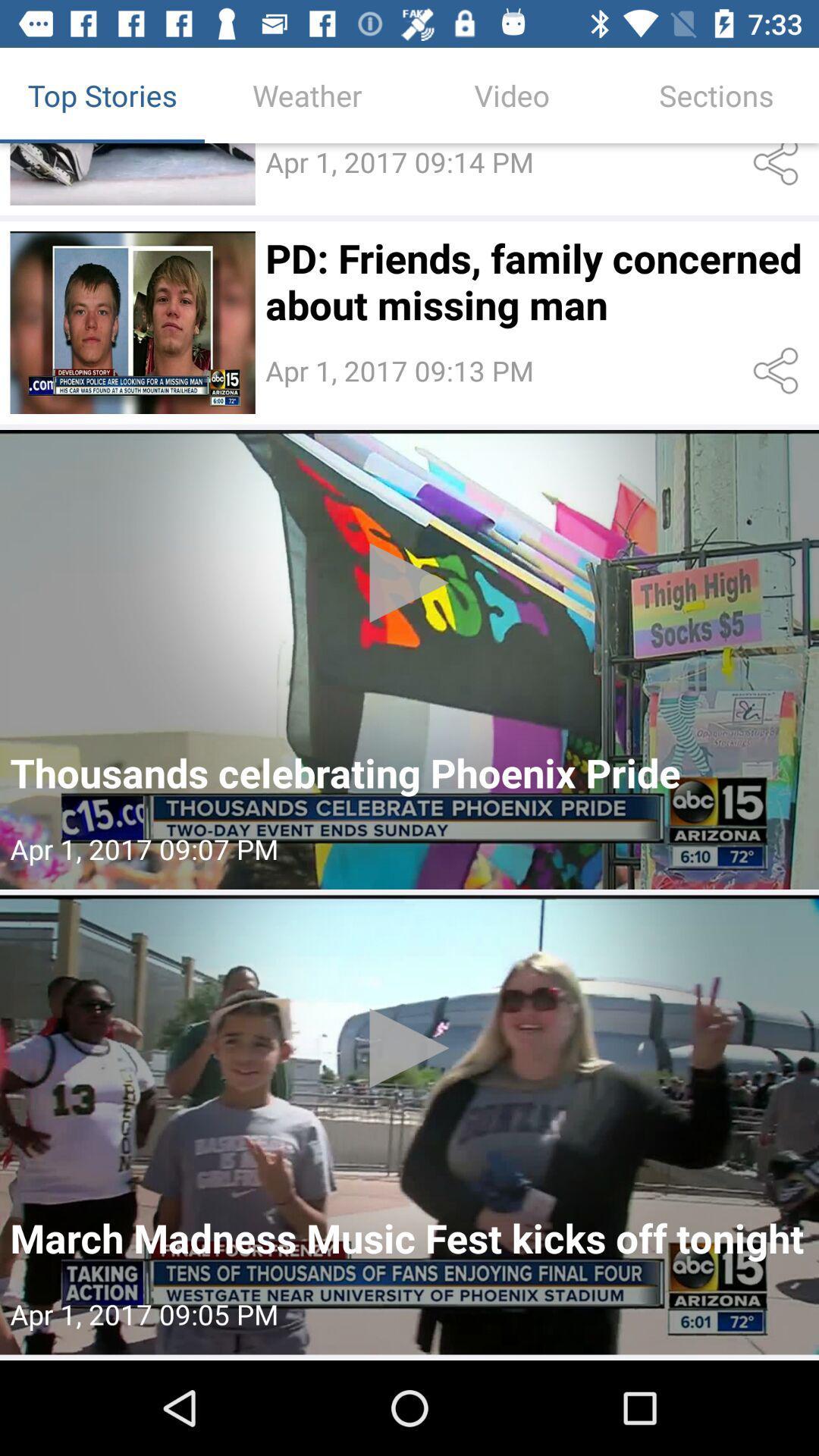  I want to click on share article, so click(779, 168).